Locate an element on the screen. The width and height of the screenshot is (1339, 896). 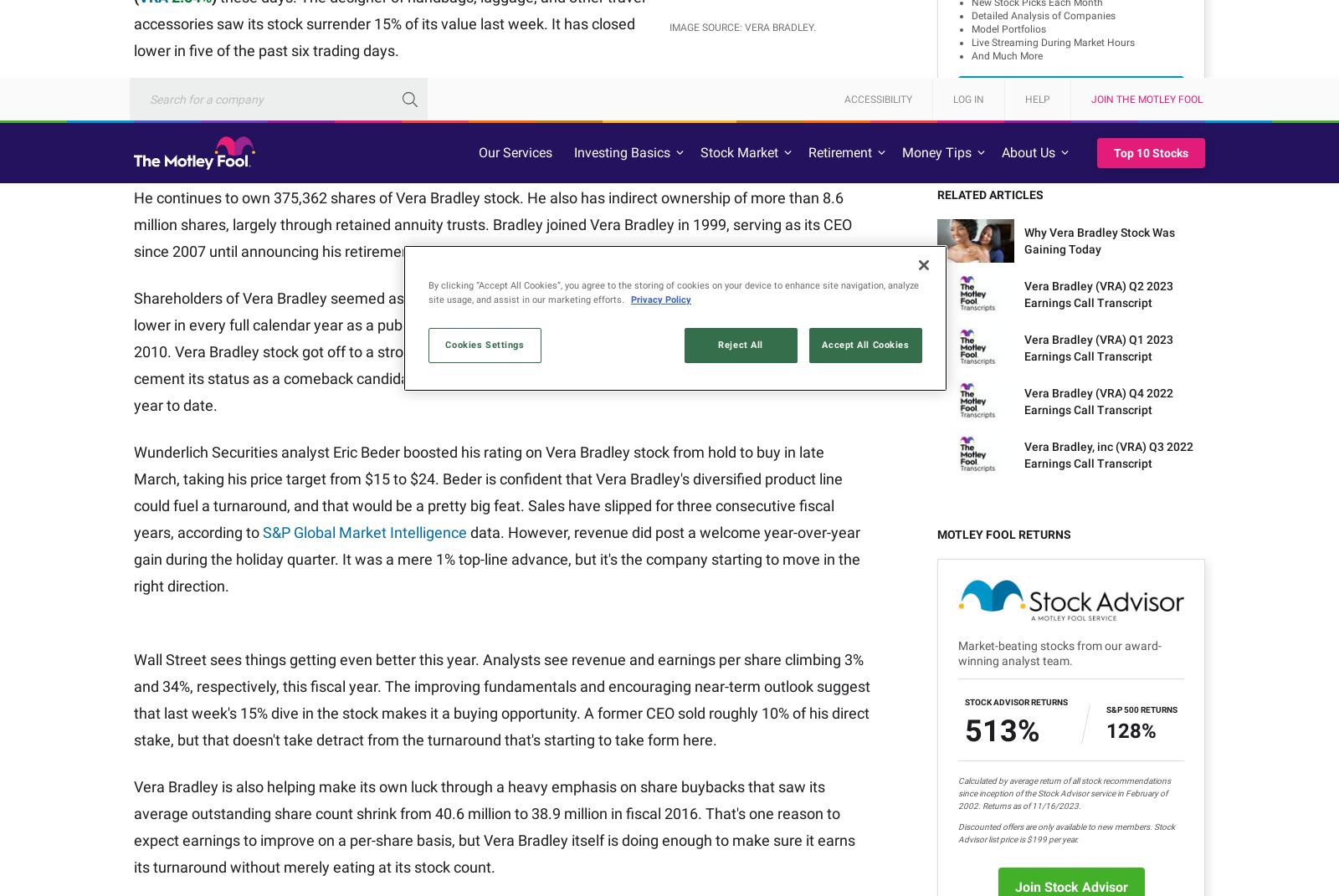
'Market data powered by' is located at coordinates (197, 684).